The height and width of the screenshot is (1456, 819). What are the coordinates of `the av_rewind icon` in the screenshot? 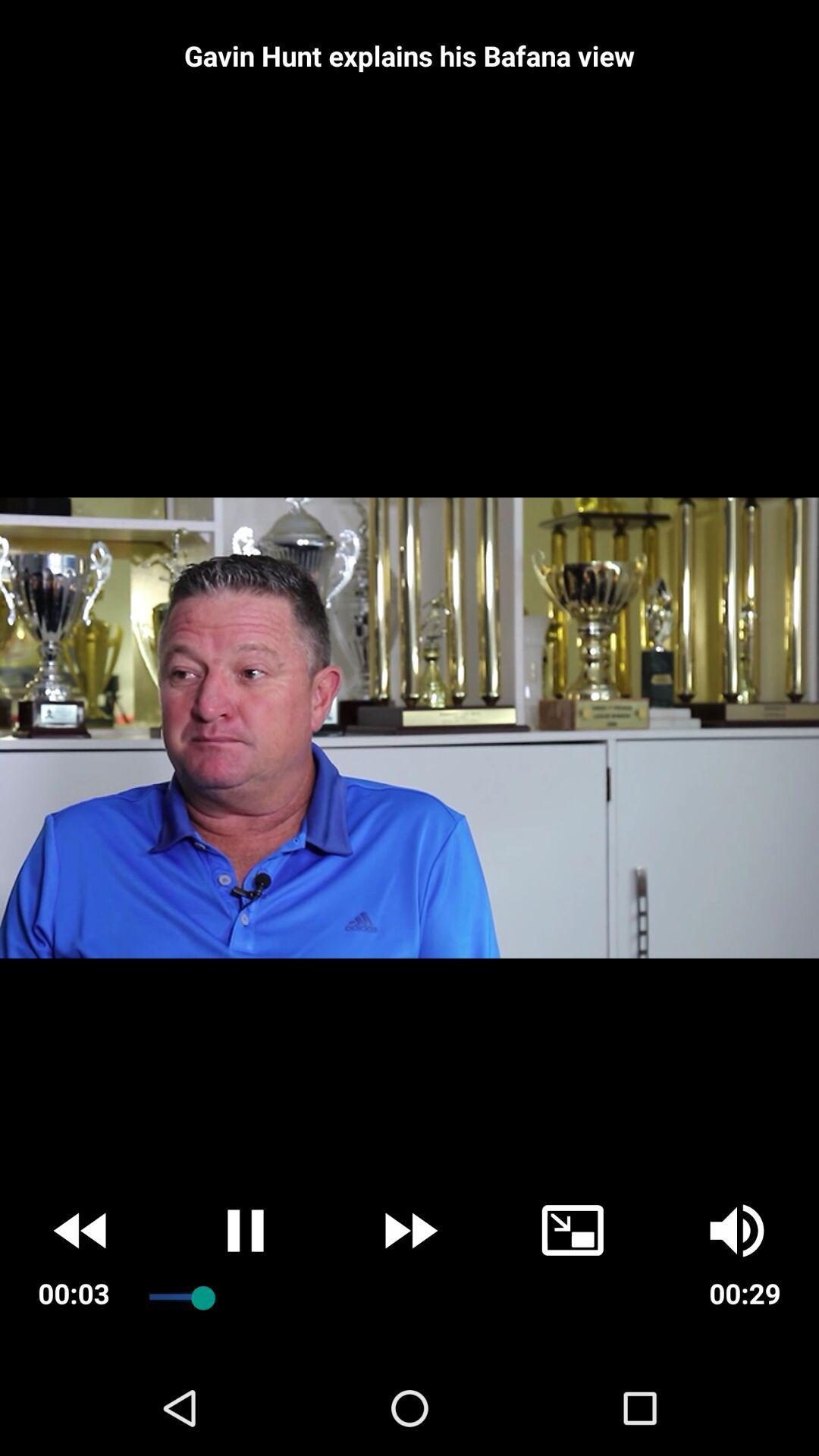 It's located at (82, 1230).